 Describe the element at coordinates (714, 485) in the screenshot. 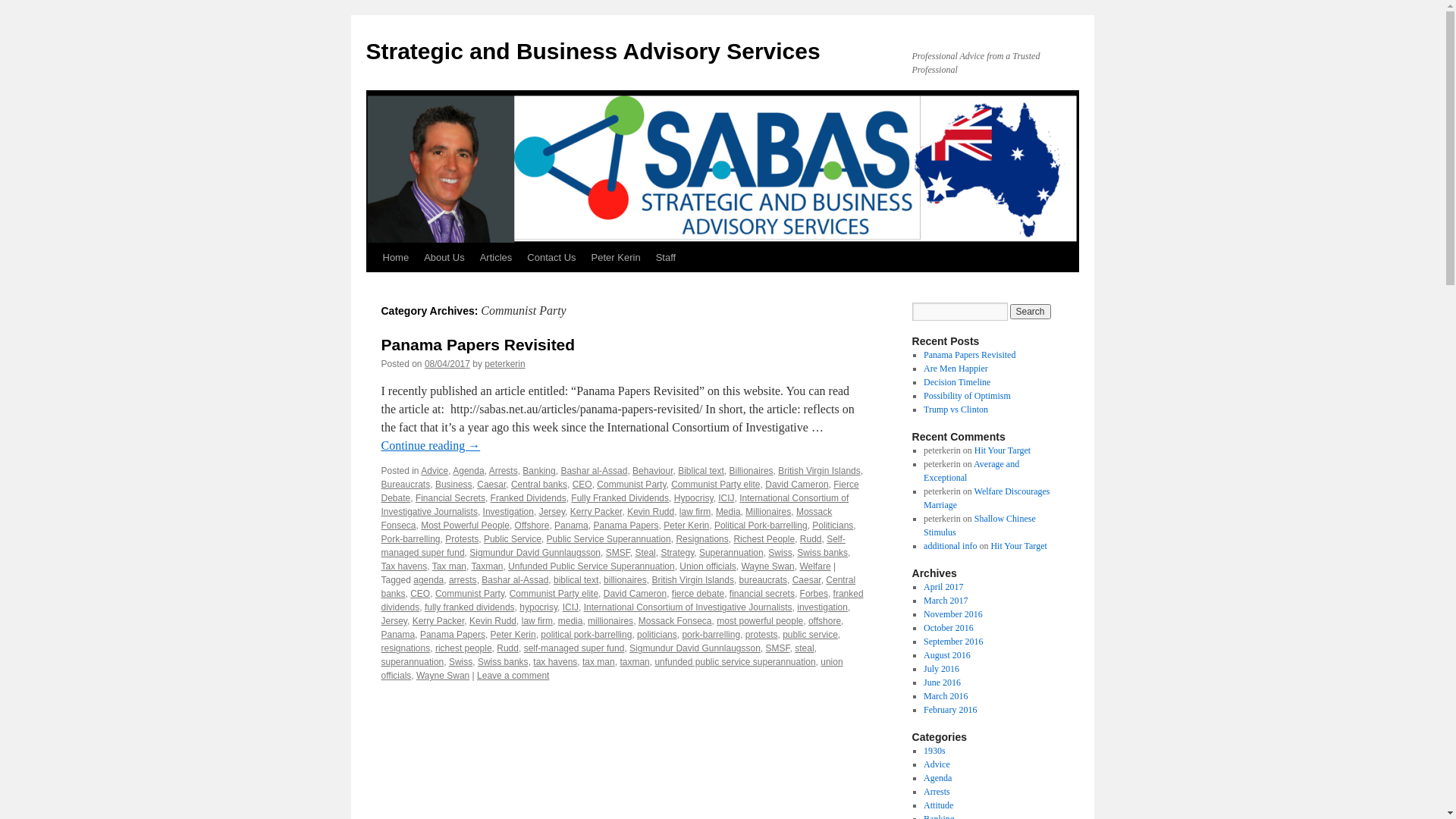

I see `'Communist Party elite'` at that location.